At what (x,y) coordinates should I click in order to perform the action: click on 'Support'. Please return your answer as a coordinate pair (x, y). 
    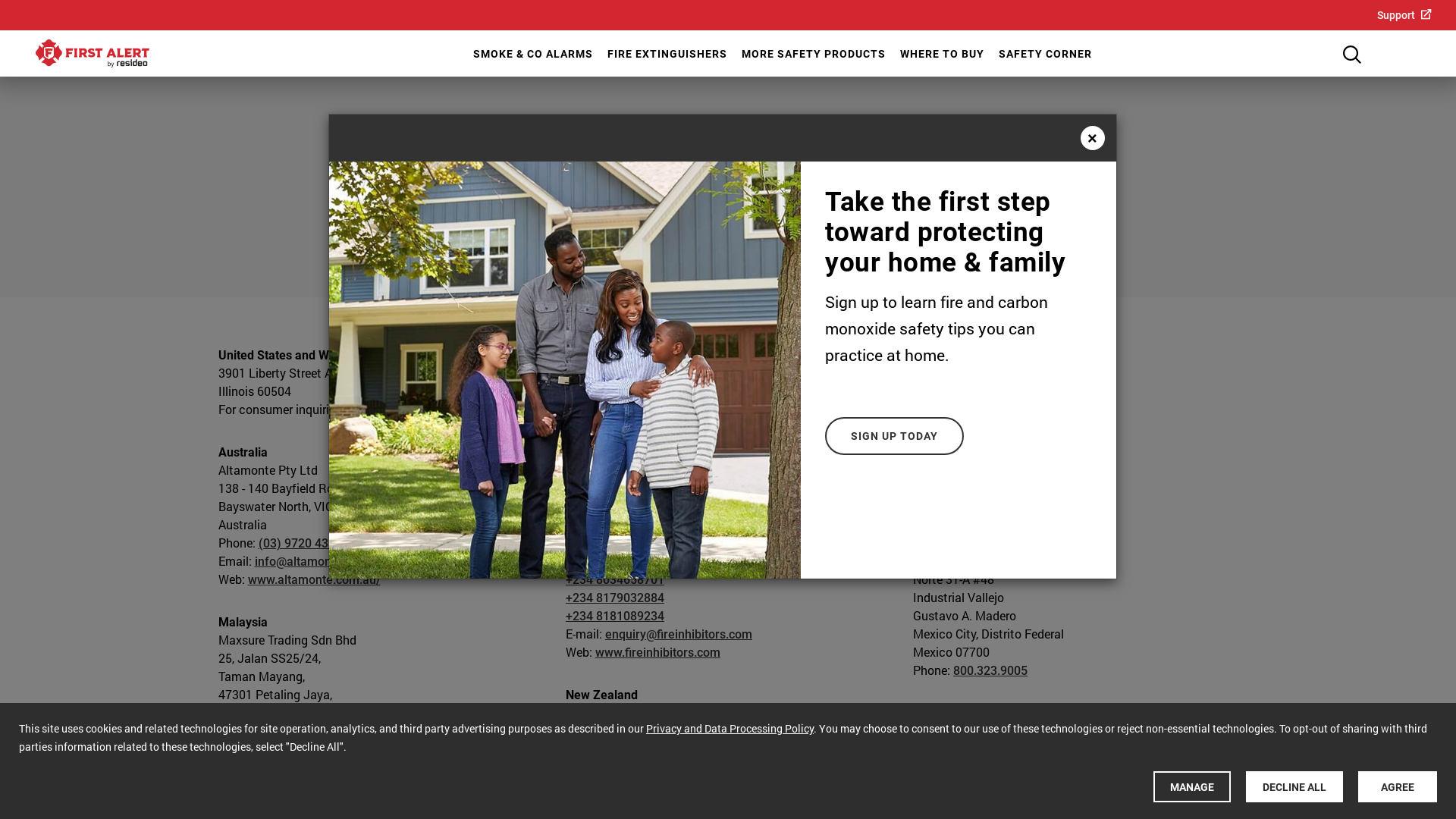
    Looking at the image, I should click on (1404, 14).